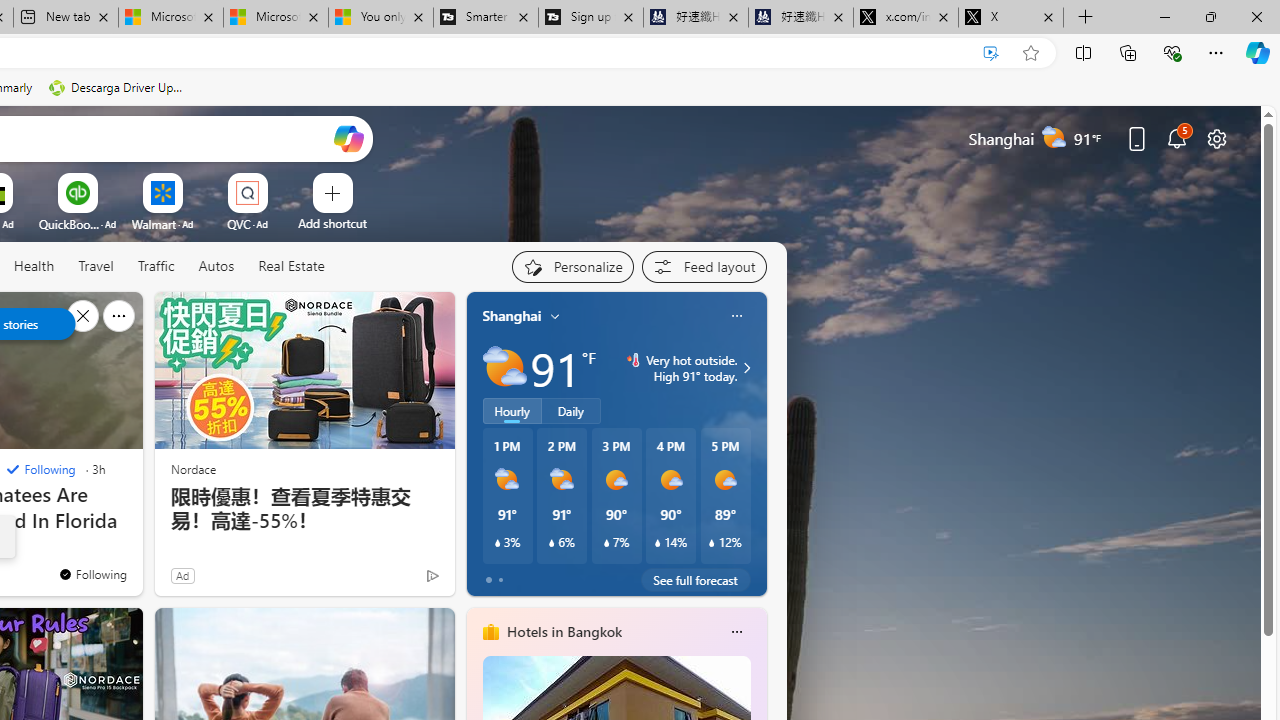  I want to click on 'Travel', so click(95, 265).